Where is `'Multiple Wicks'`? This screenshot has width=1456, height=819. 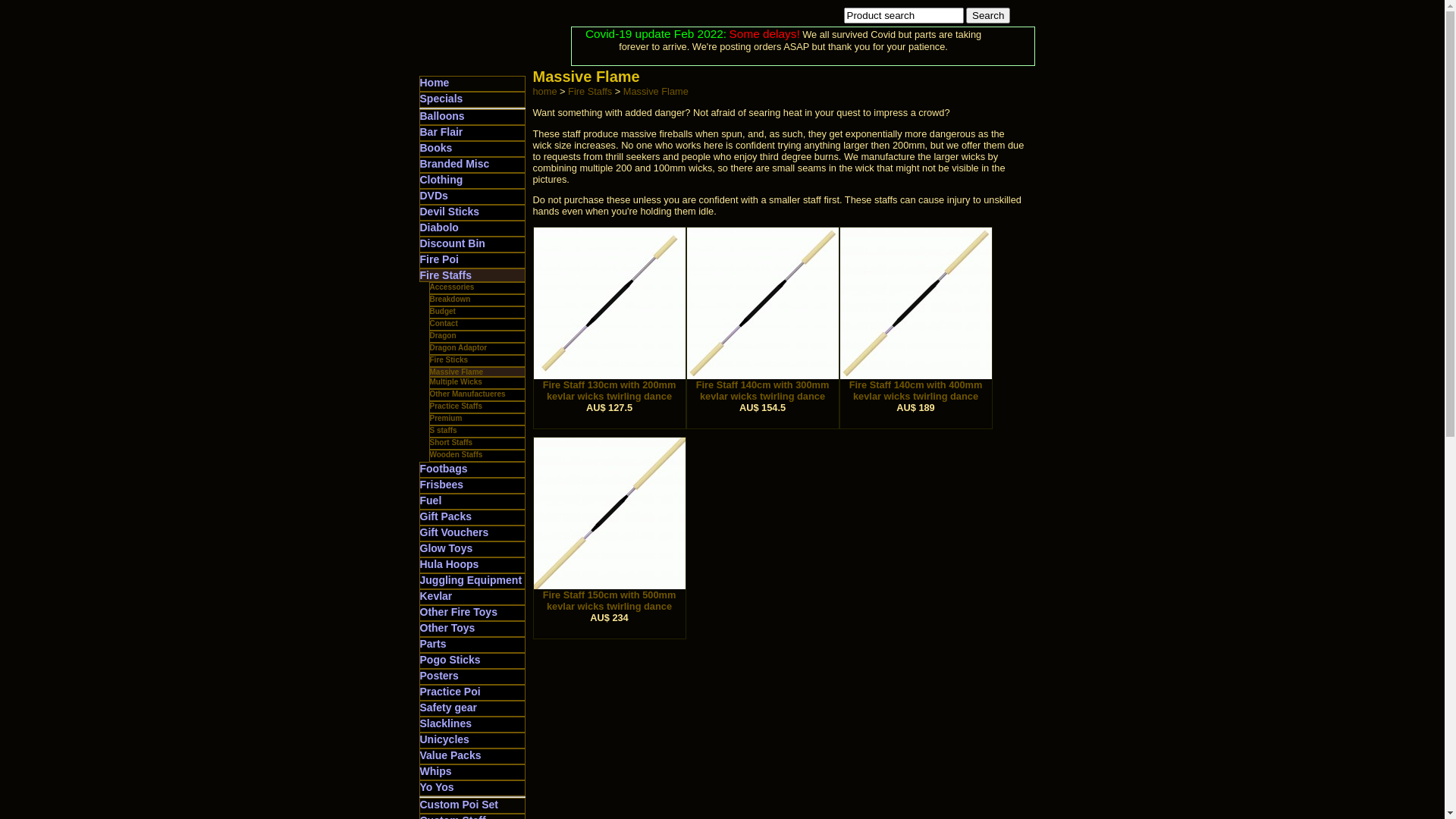 'Multiple Wicks' is located at coordinates (454, 381).